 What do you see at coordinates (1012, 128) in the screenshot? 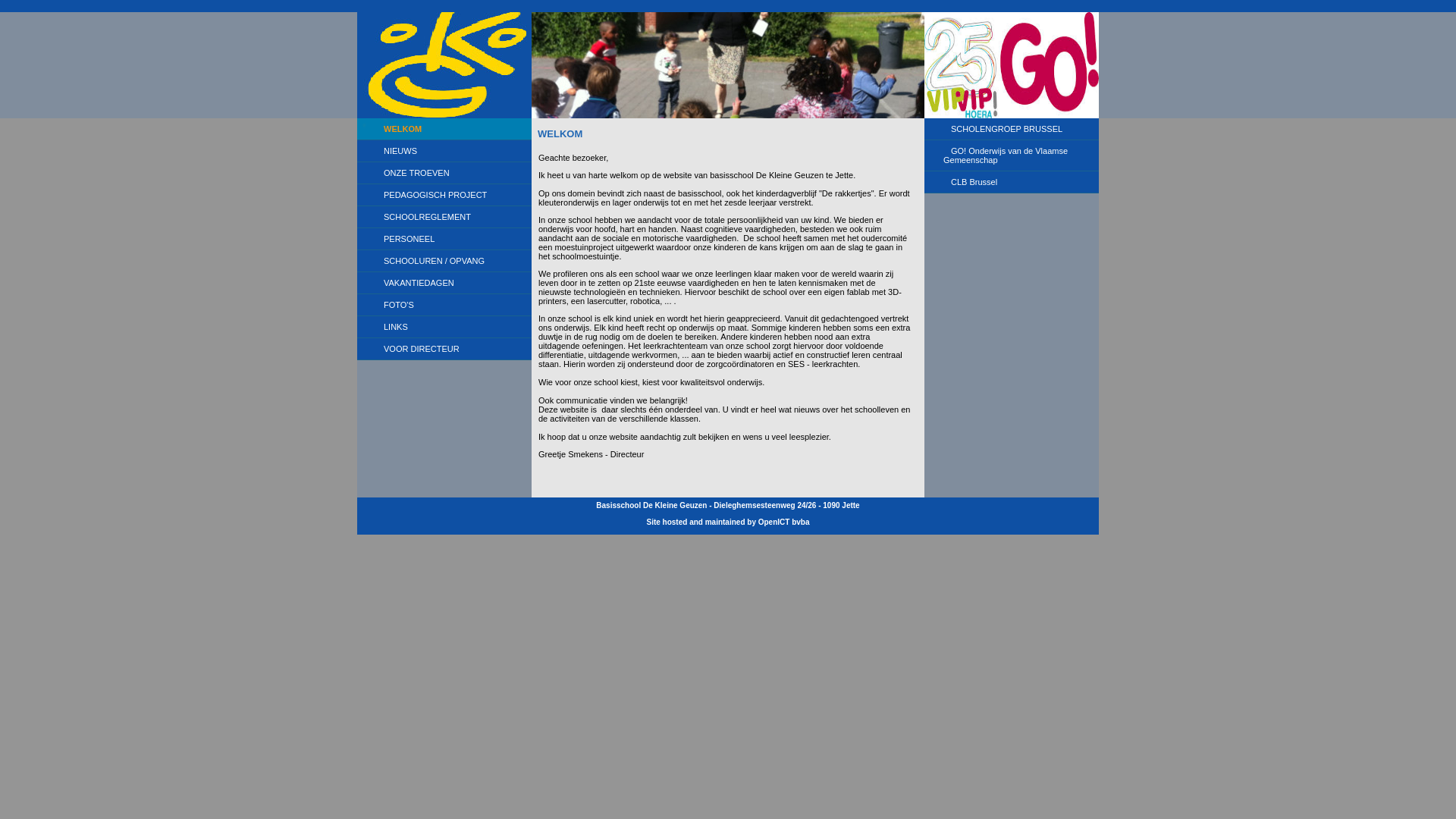
I see `'SCHOLENGROEP BRUSSEL'` at bounding box center [1012, 128].